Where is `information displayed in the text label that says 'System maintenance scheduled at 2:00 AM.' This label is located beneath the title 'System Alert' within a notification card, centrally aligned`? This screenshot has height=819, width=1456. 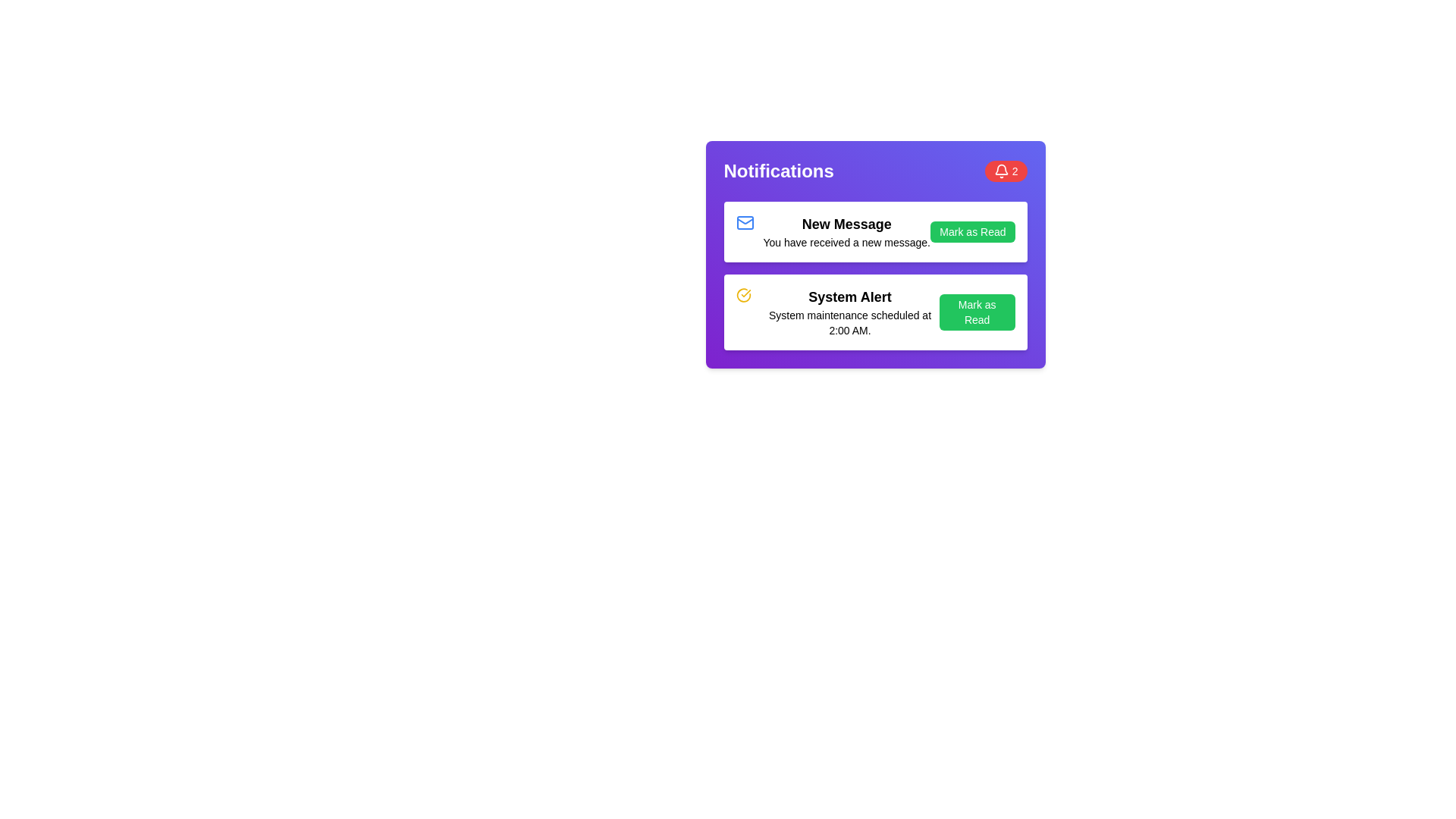
information displayed in the text label that says 'System maintenance scheduled at 2:00 AM.' This label is located beneath the title 'System Alert' within a notification card, centrally aligned is located at coordinates (850, 322).